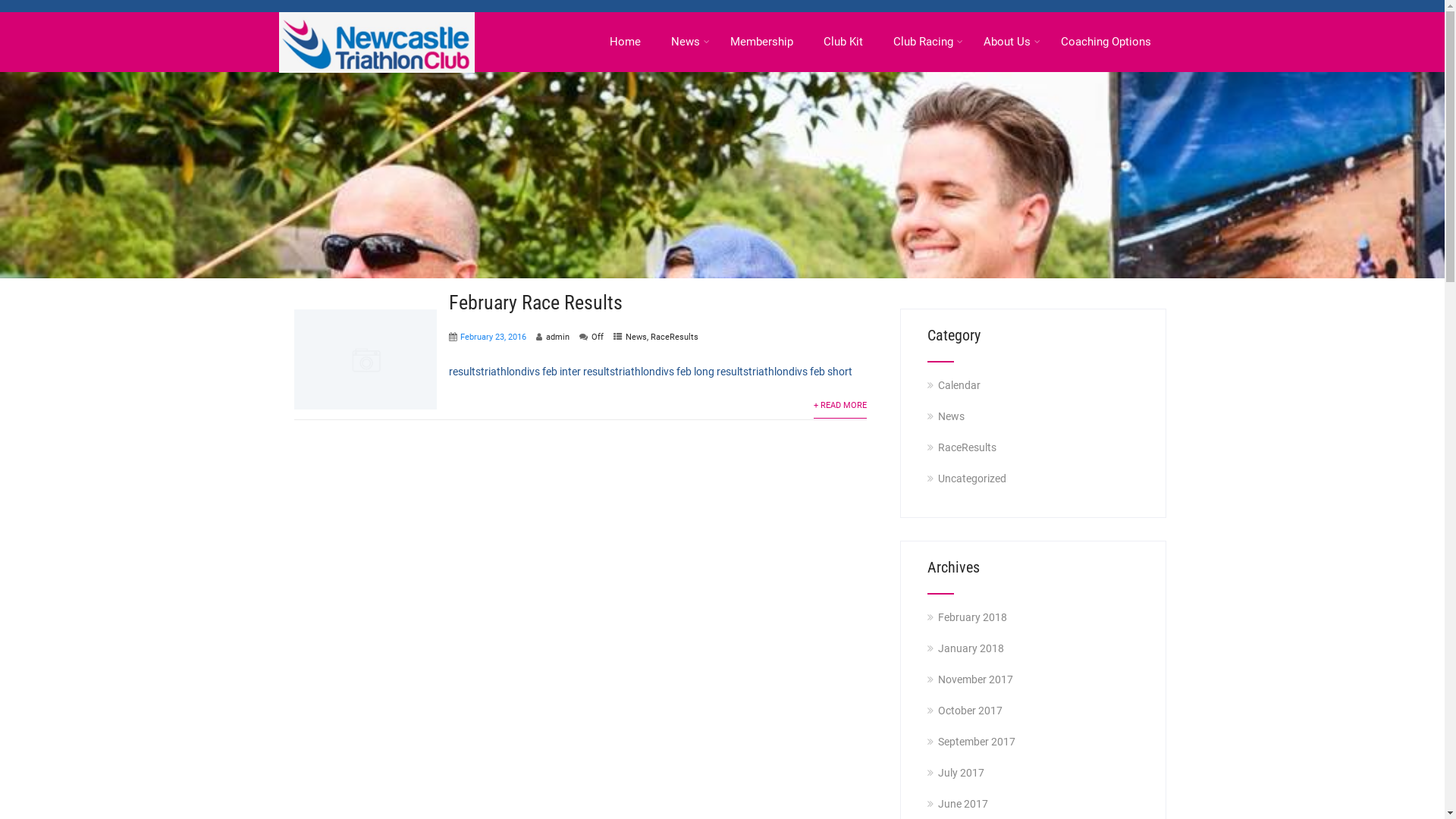 The width and height of the screenshot is (1456, 819). What do you see at coordinates (761, 41) in the screenshot?
I see `'Membership'` at bounding box center [761, 41].